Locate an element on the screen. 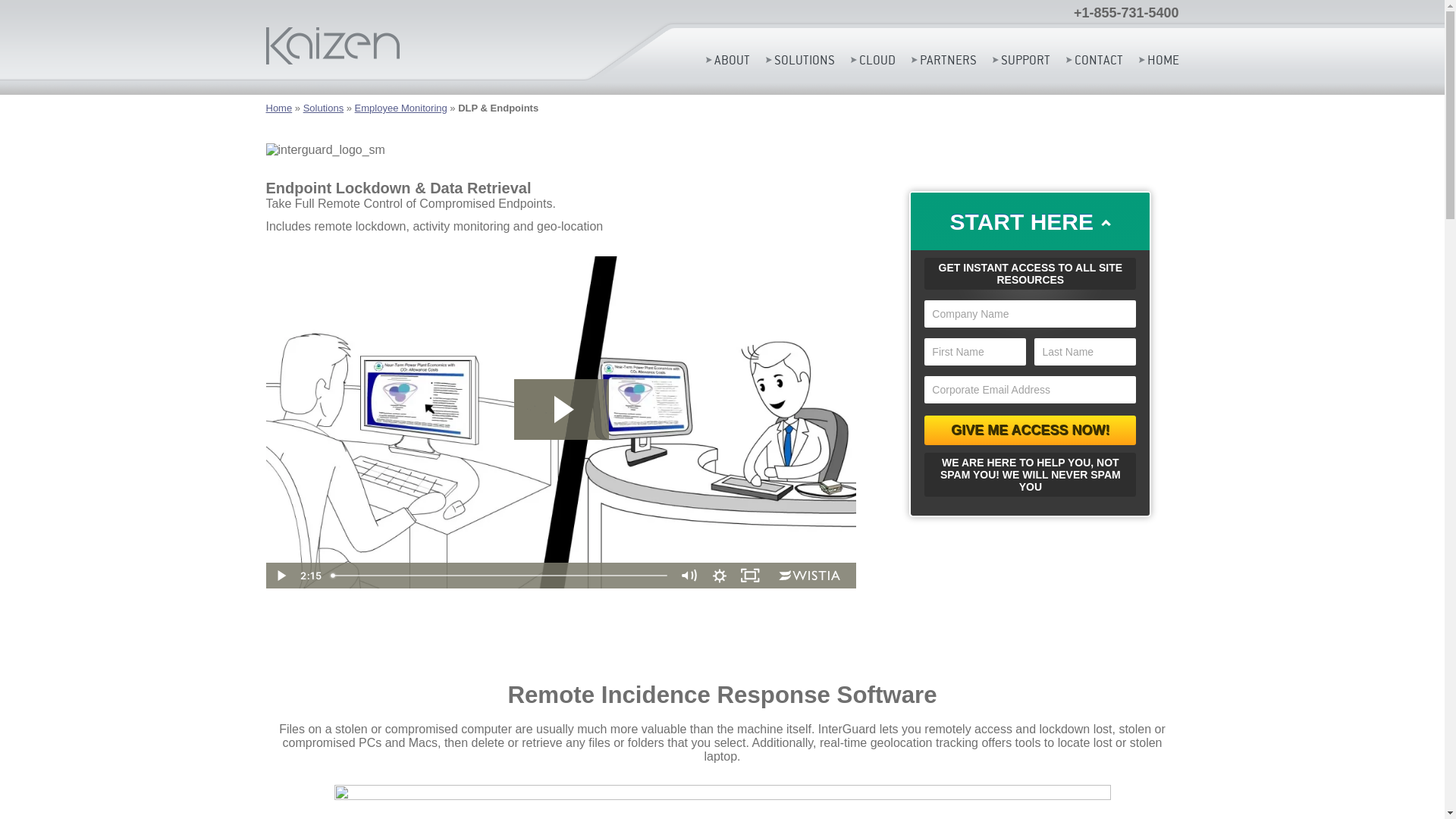 The height and width of the screenshot is (819, 1456). 'Solutions' is located at coordinates (322, 107).